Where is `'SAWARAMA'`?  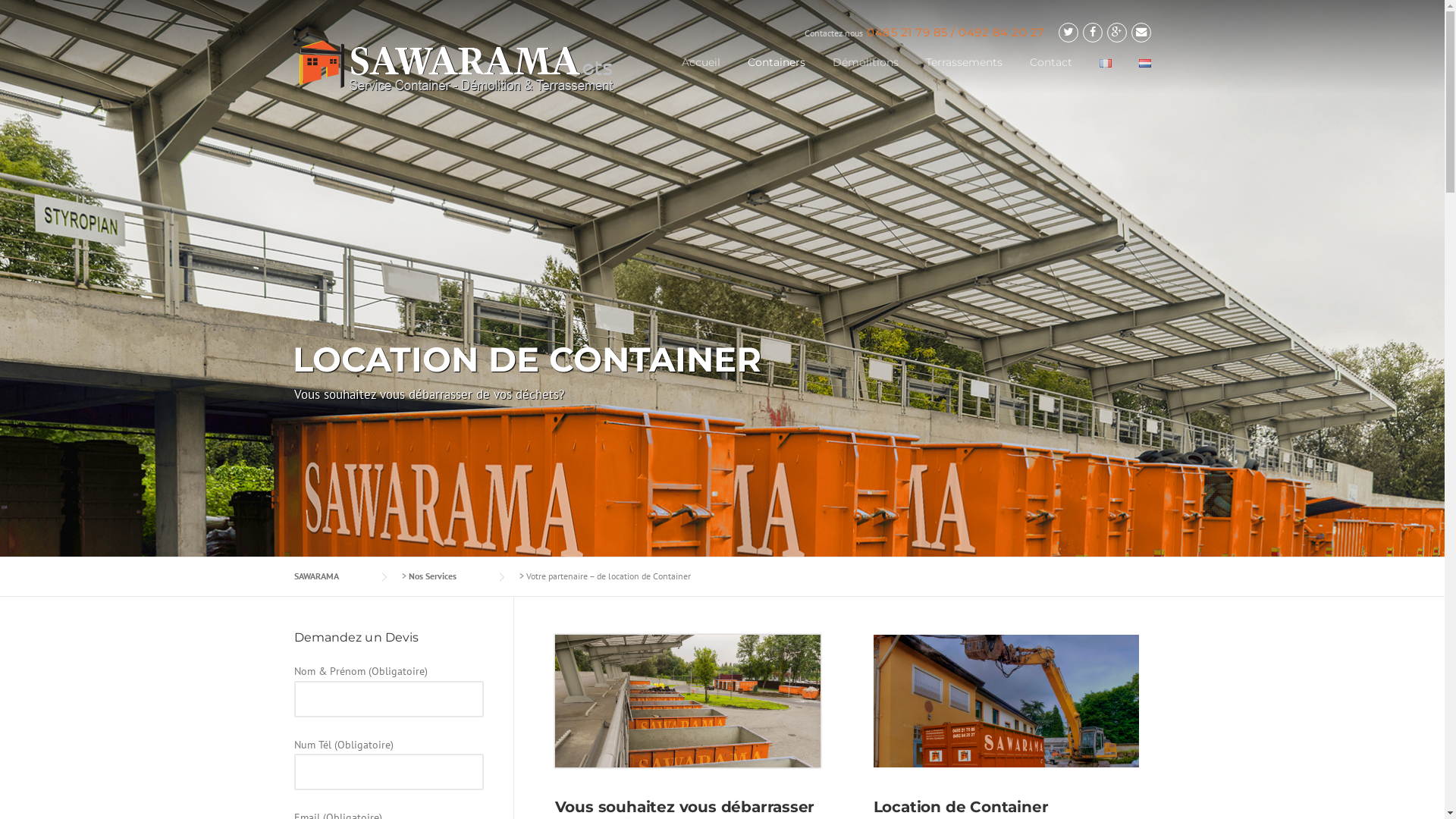
'SAWARAMA' is located at coordinates (294, 576).